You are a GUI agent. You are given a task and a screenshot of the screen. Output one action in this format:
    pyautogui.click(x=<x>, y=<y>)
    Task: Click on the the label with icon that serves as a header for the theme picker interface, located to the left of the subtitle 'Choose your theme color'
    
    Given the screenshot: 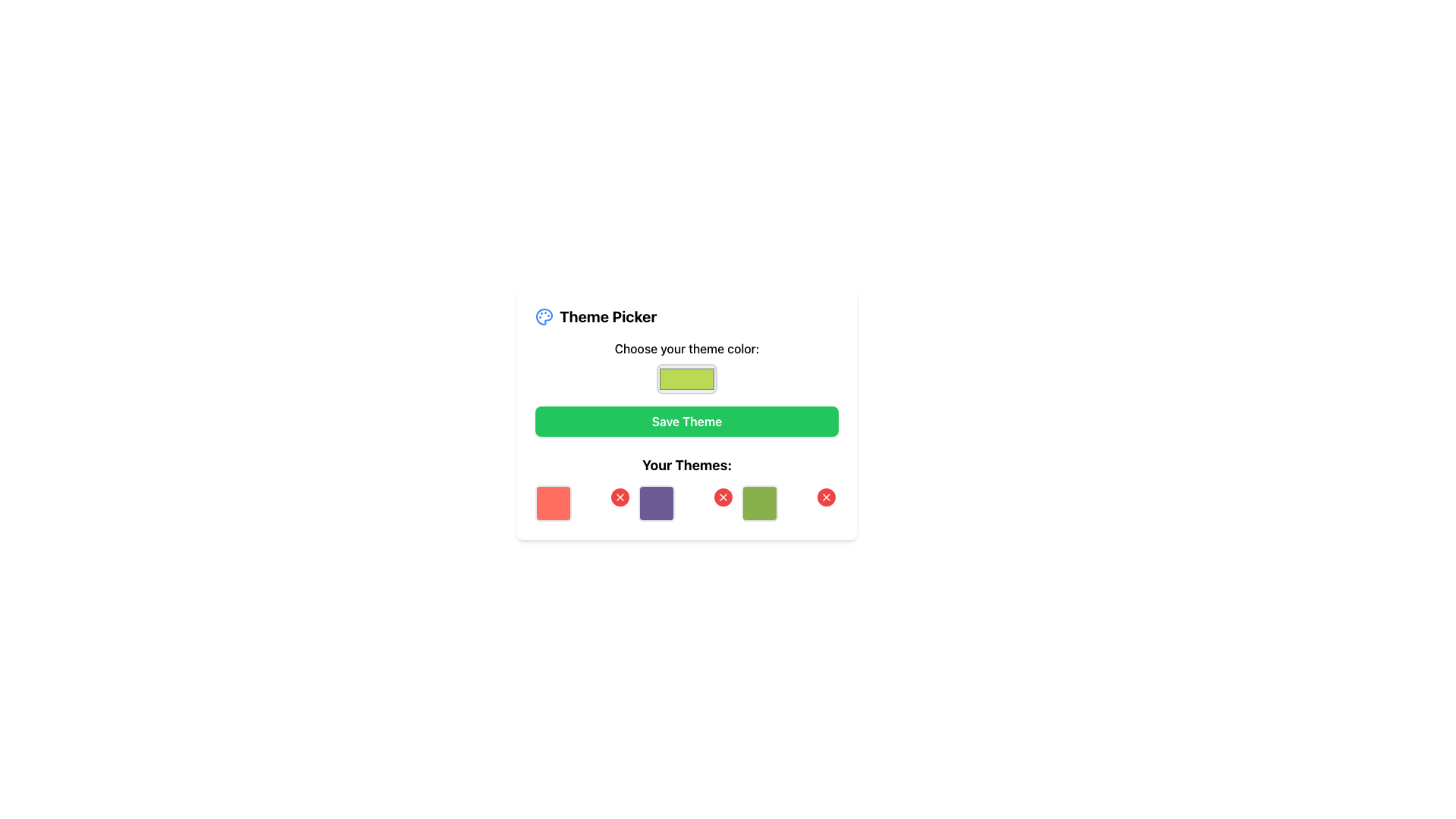 What is the action you would take?
    pyautogui.click(x=595, y=315)
    